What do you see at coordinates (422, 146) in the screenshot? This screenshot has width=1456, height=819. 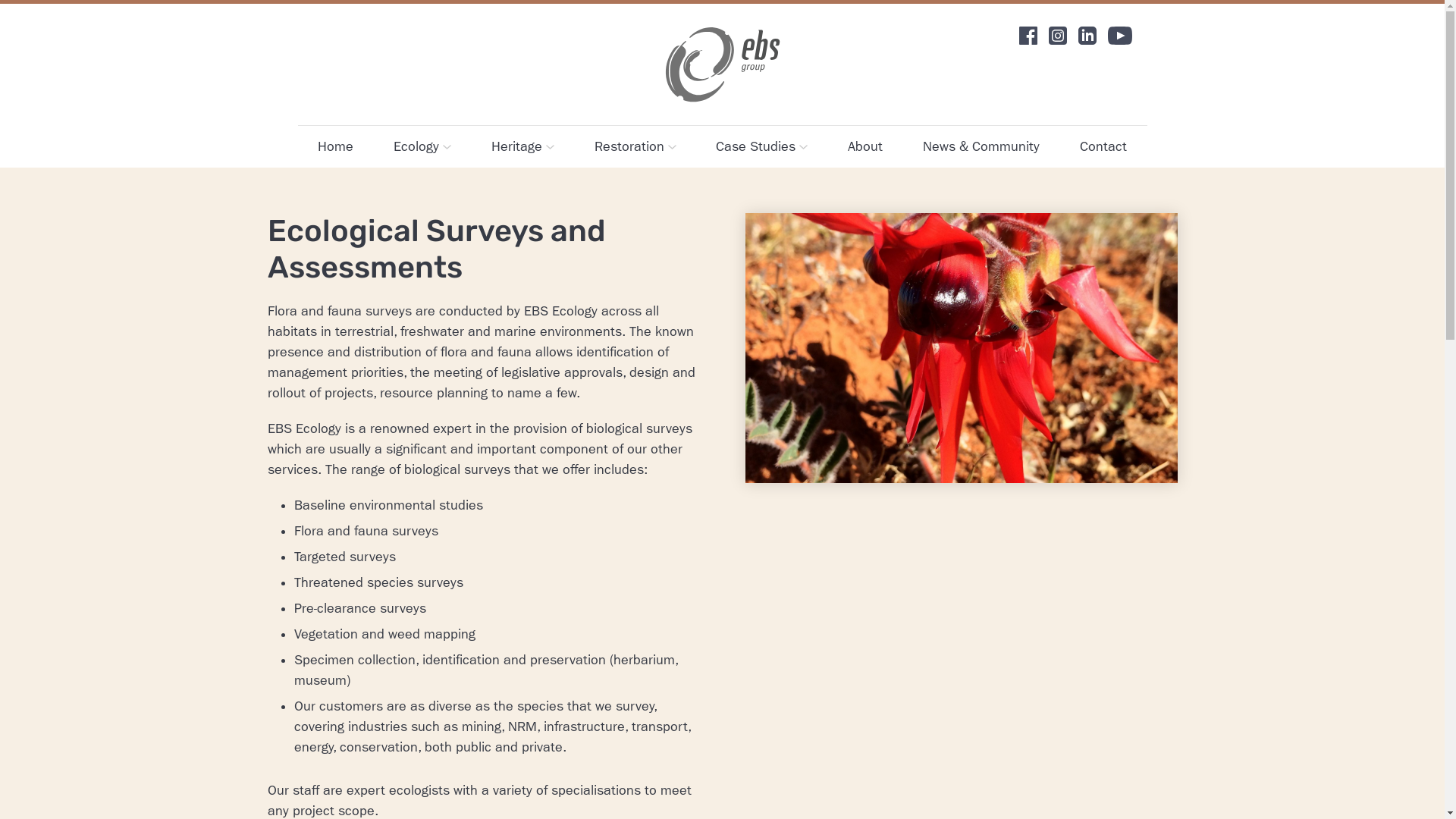 I see `'Ecology'` at bounding box center [422, 146].